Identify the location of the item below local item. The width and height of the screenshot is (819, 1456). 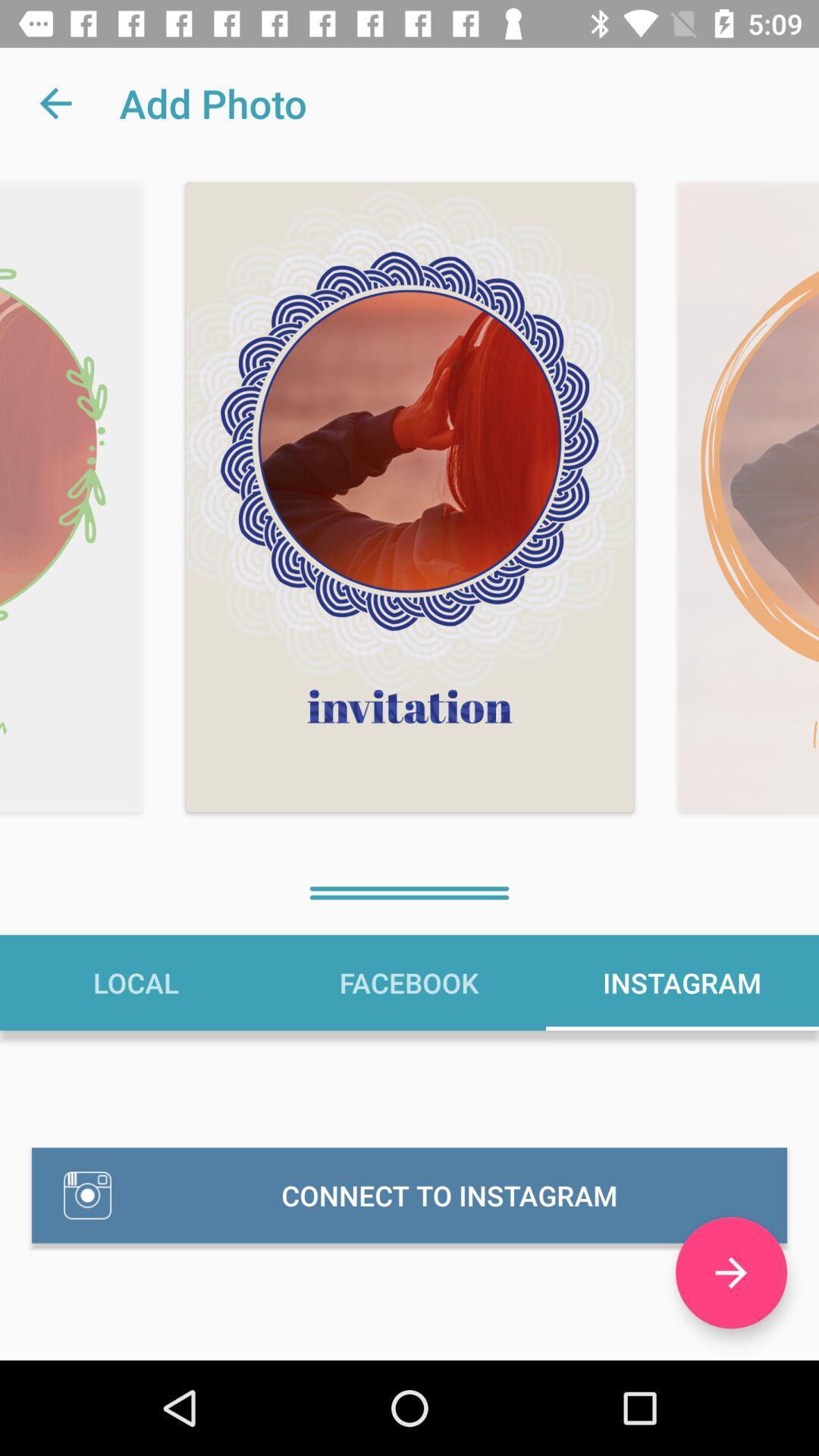
(409, 1194).